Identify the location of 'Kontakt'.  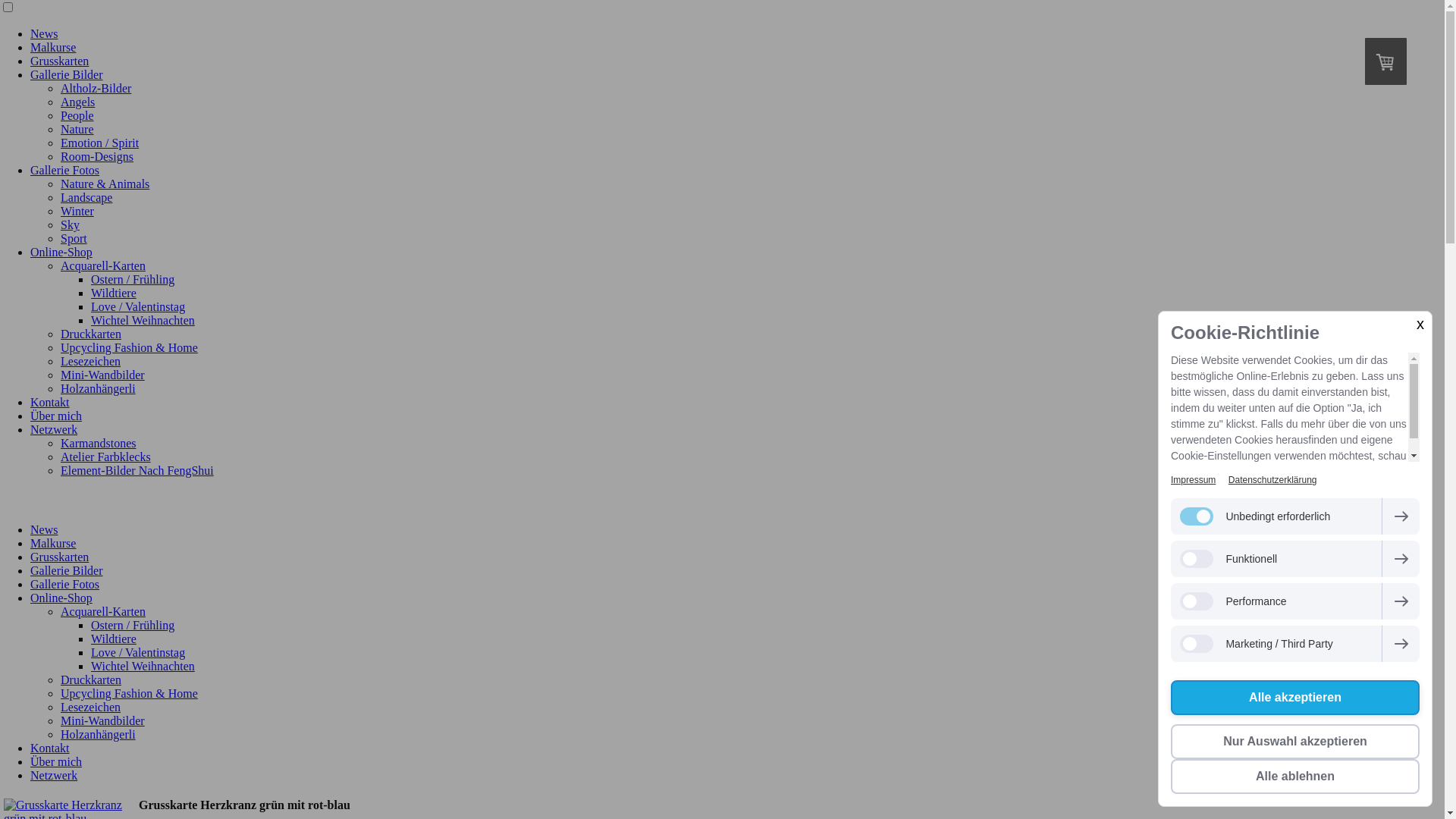
(50, 401).